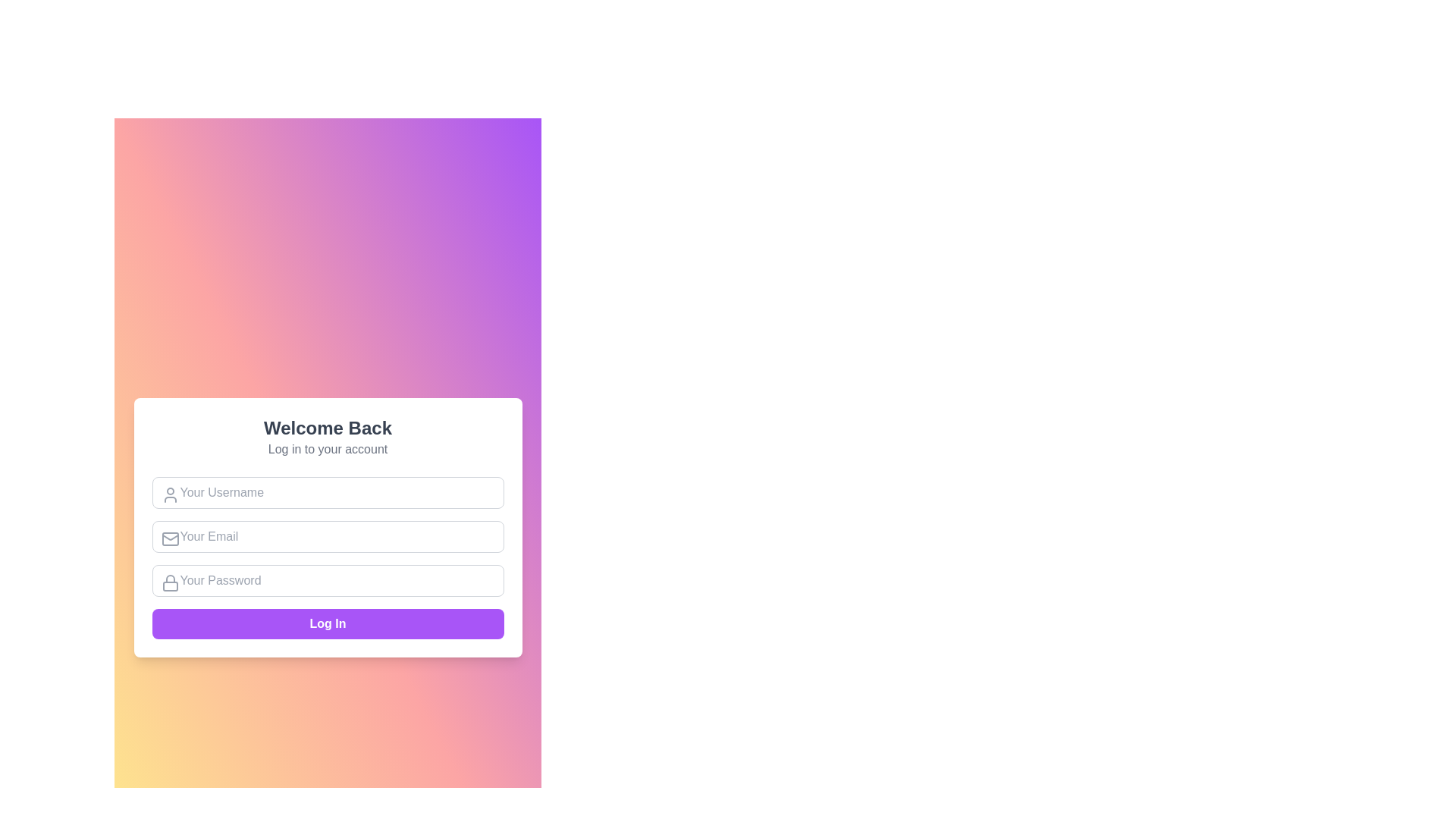  Describe the element at coordinates (170, 494) in the screenshot. I see `the username icon located at the left edge of the input field, which serves as a visual identifier for entering a username` at that location.